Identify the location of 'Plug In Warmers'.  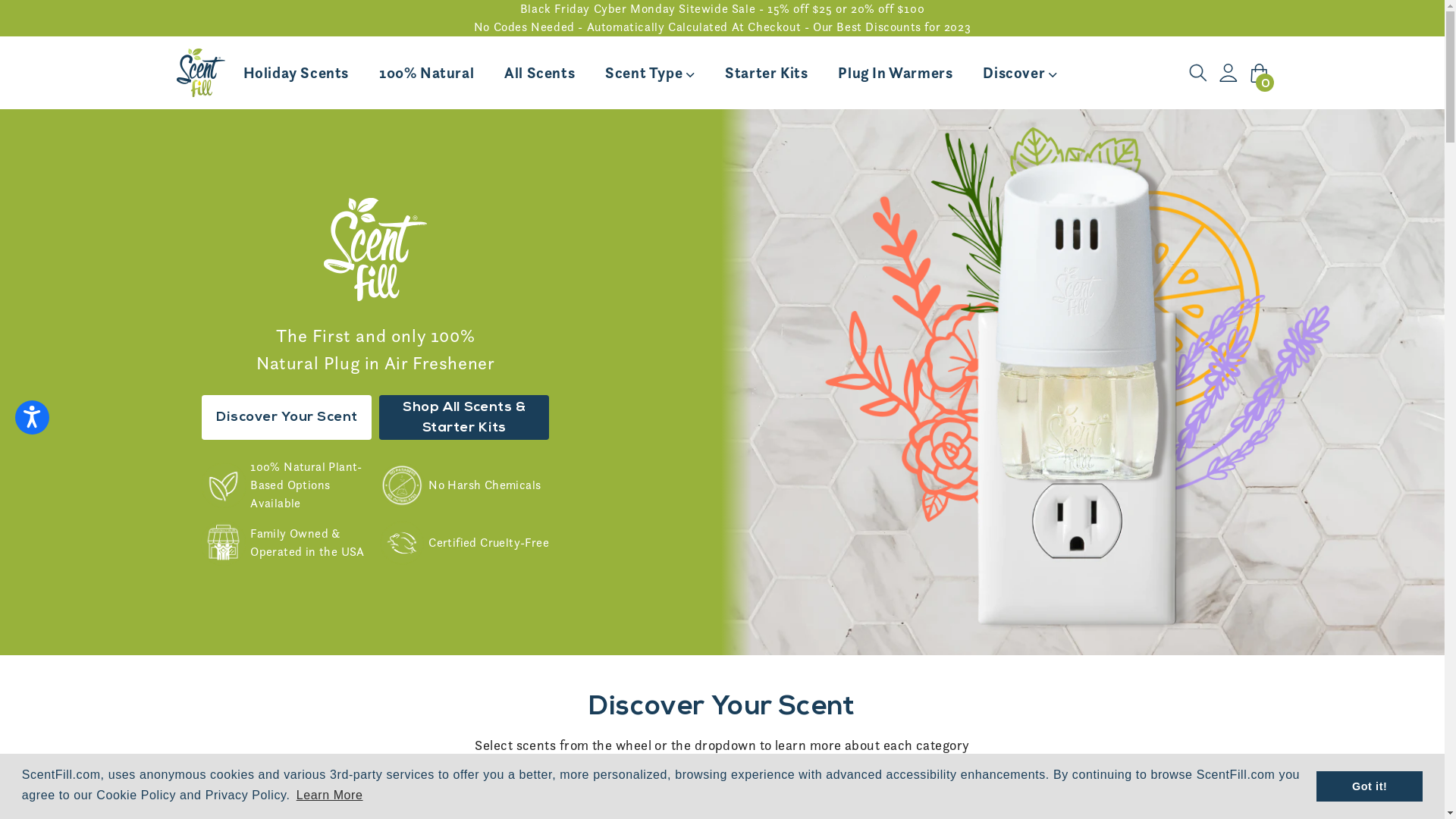
(895, 73).